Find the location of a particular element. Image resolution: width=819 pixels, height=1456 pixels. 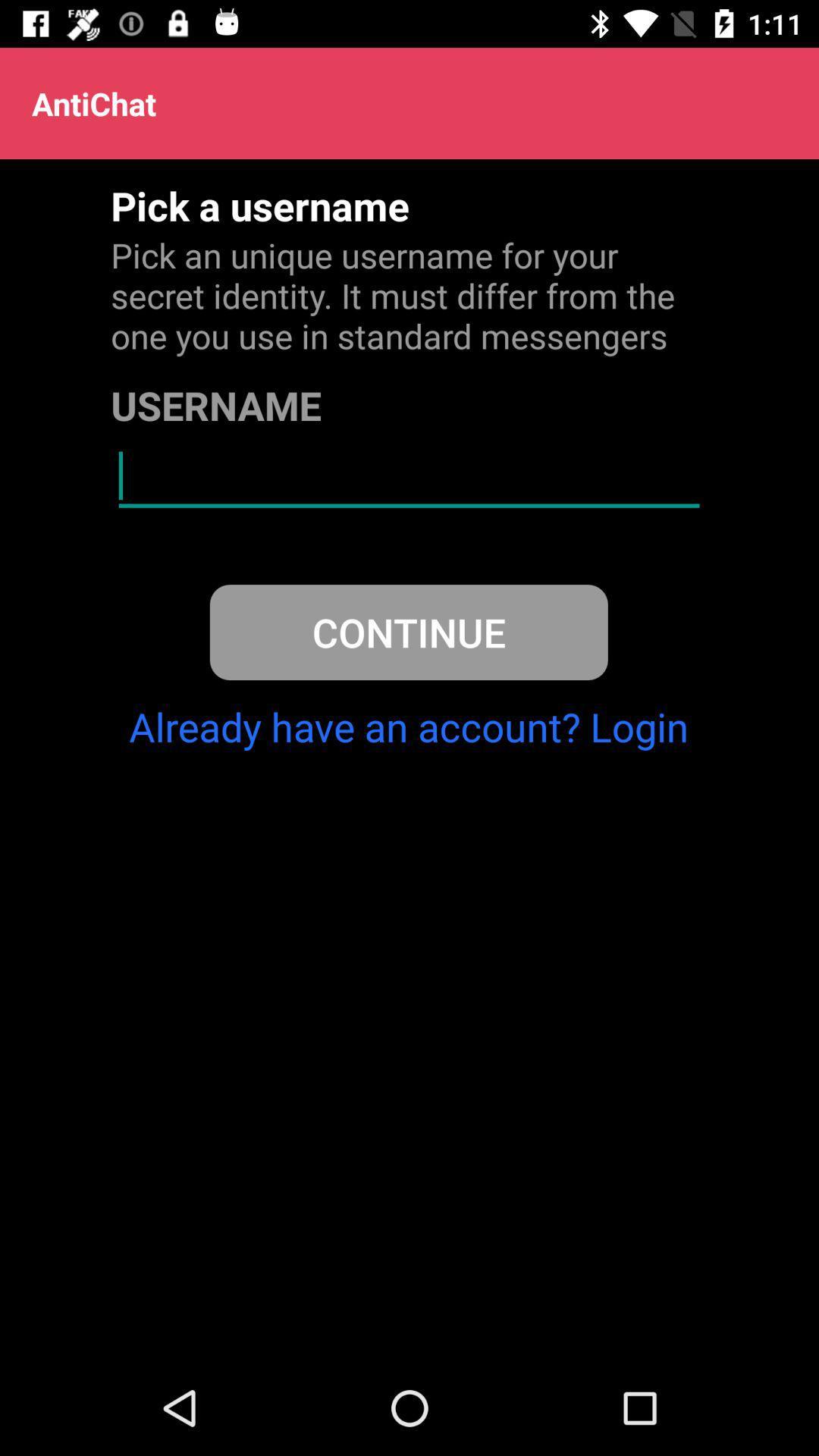

username field is located at coordinates (408, 475).